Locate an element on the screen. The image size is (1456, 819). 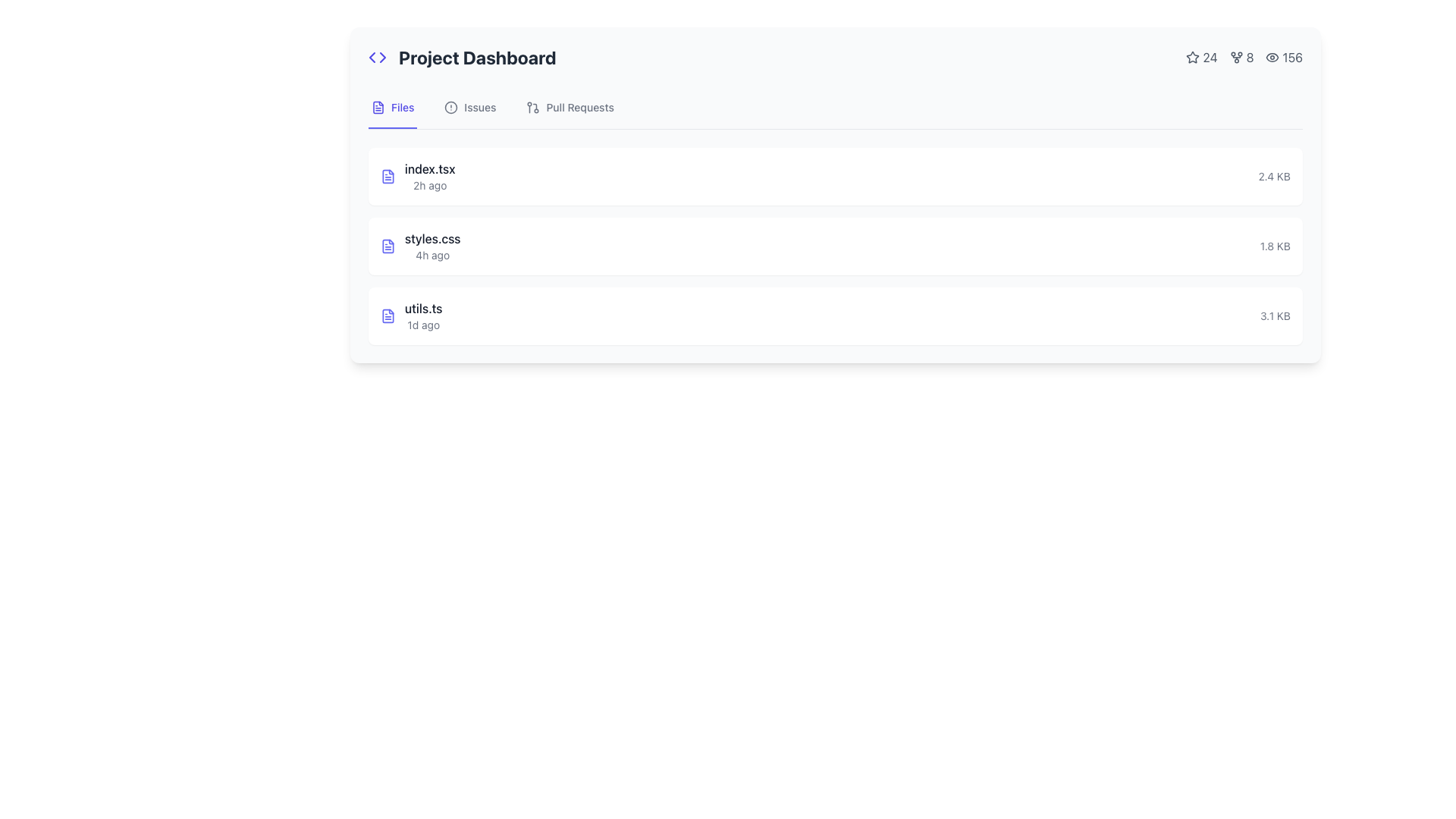
the first Information display row in the project dashboard is located at coordinates (835, 175).